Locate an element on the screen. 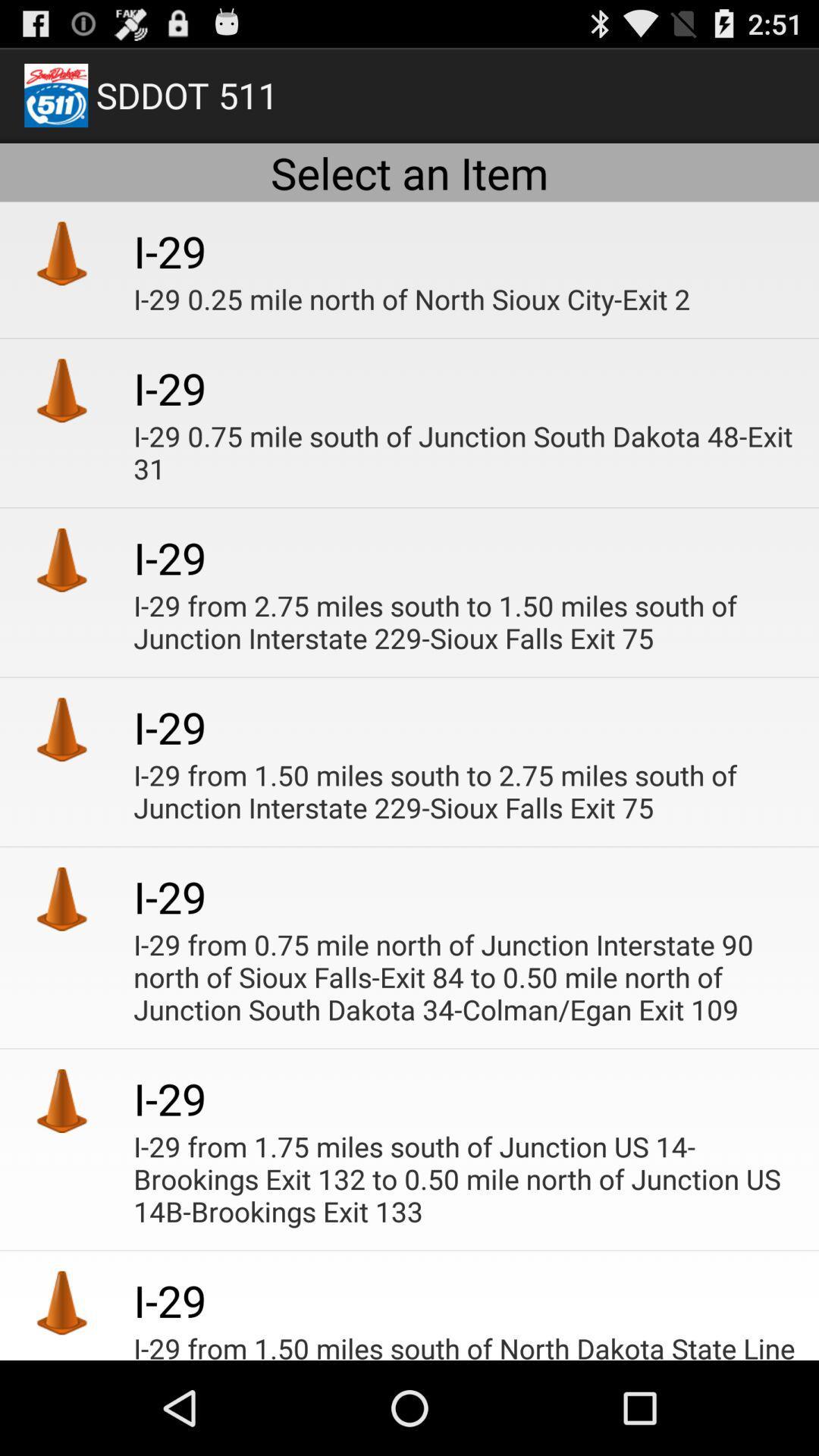 This screenshot has width=819, height=1456. the image at left side of sddot 511 is located at coordinates (55, 94).